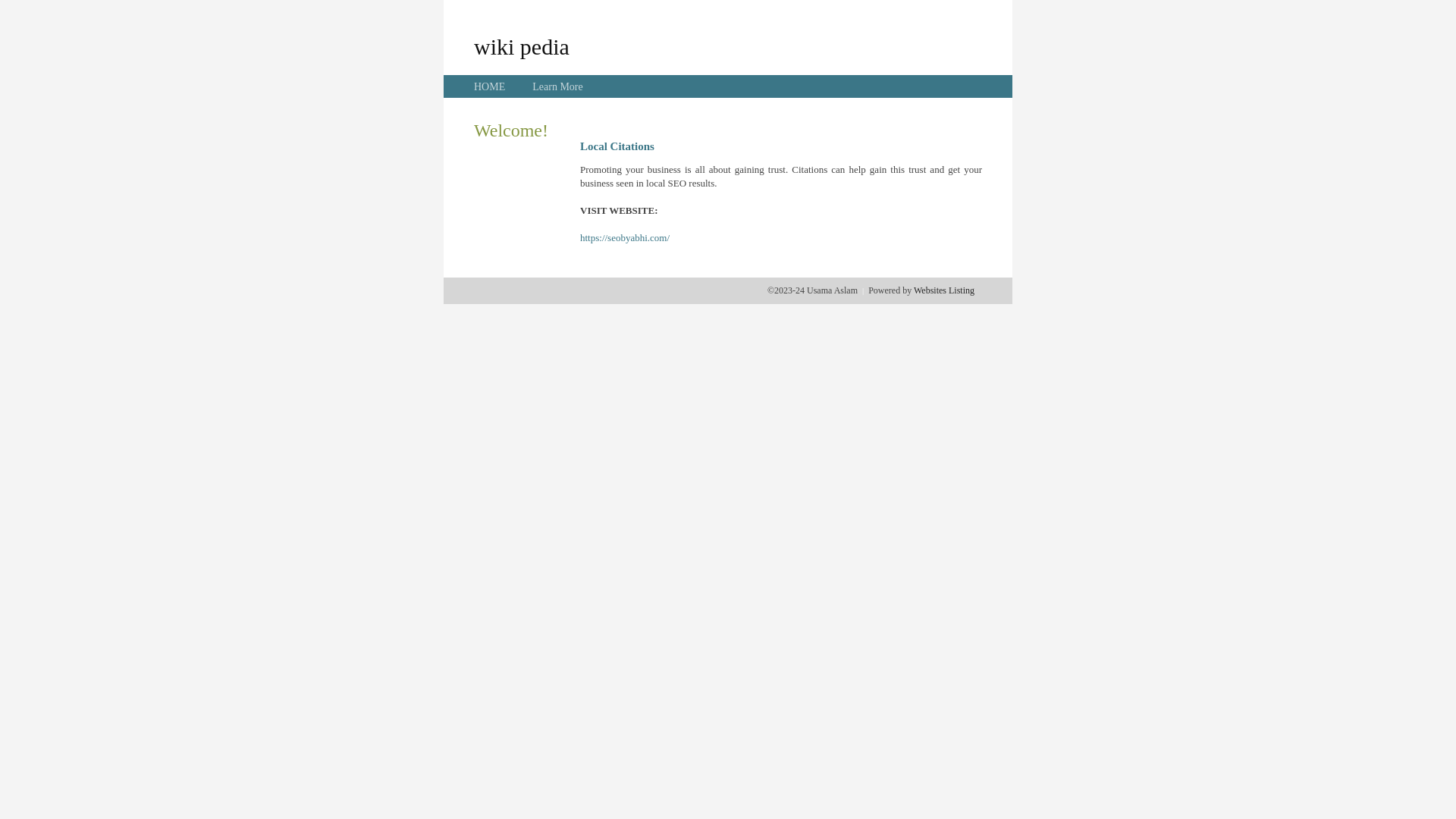 The height and width of the screenshot is (819, 1456). I want to click on 'wiki pedia', so click(472, 45).